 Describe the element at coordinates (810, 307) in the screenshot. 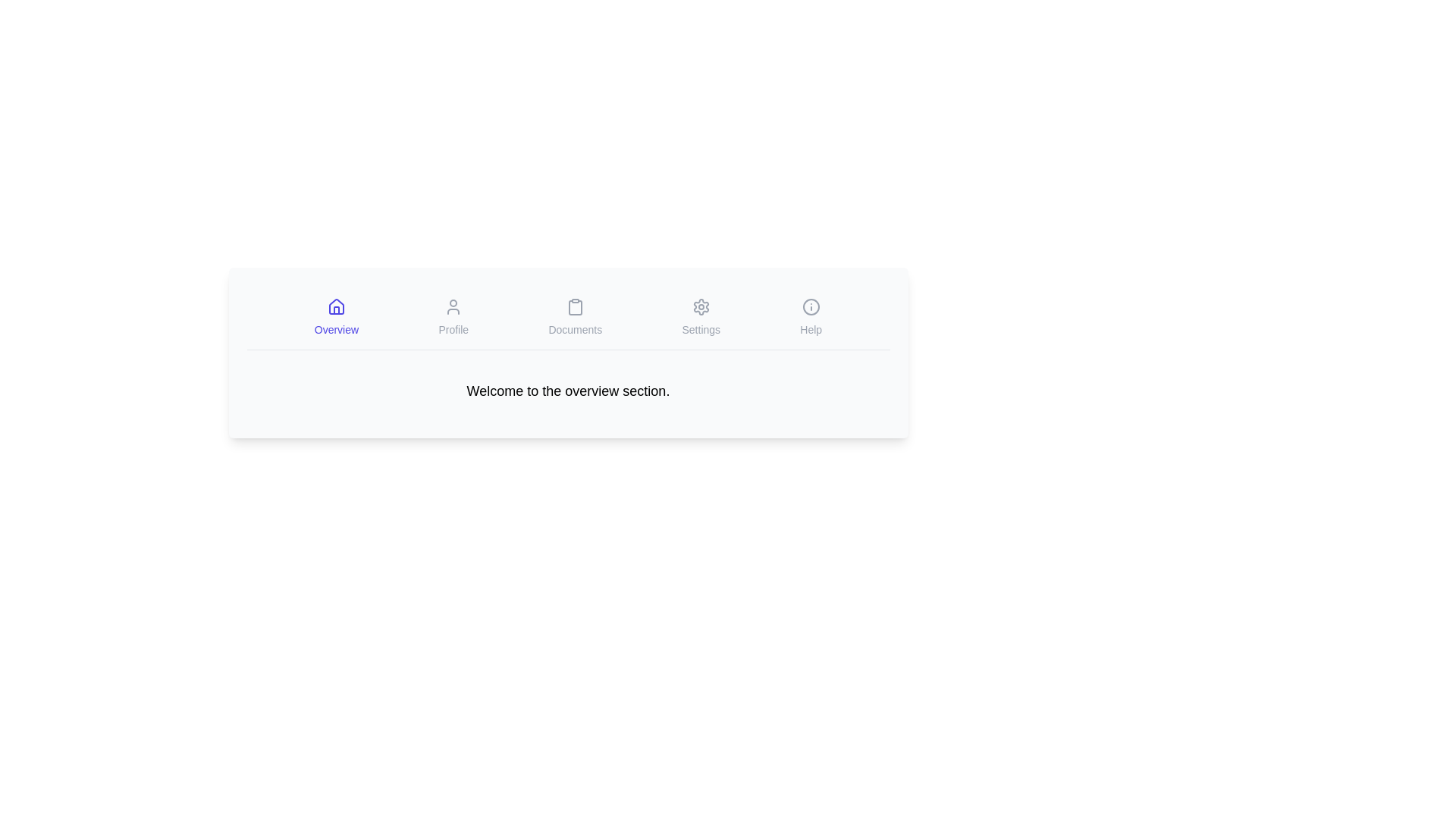

I see `the help icon represented by a circular shape located at the top right corner of the interface's navigation section` at that location.